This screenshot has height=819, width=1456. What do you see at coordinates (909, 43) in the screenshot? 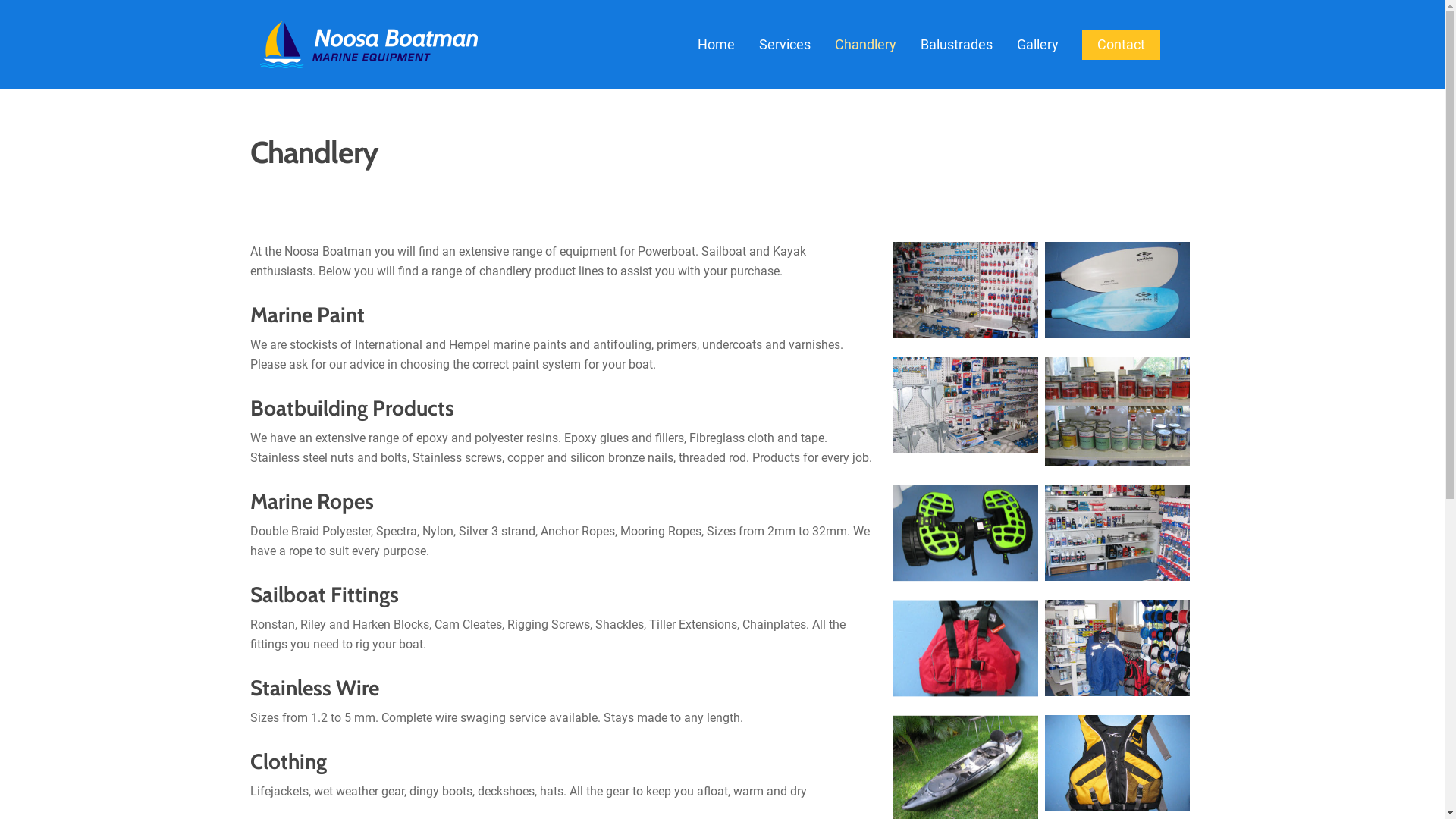
I see `'Balustrades'` at bounding box center [909, 43].